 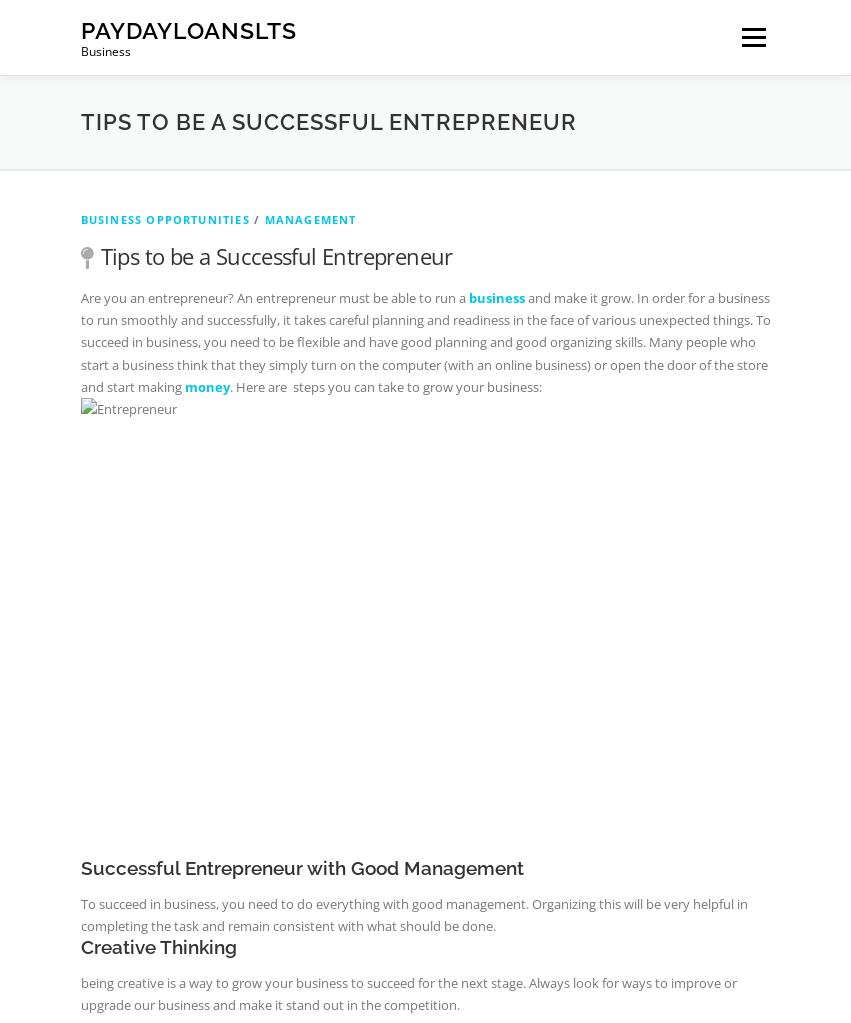 What do you see at coordinates (274, 295) in the screenshot?
I see `'Are you an entrepreneur? An entrepreneur must be able to run a'` at bounding box center [274, 295].